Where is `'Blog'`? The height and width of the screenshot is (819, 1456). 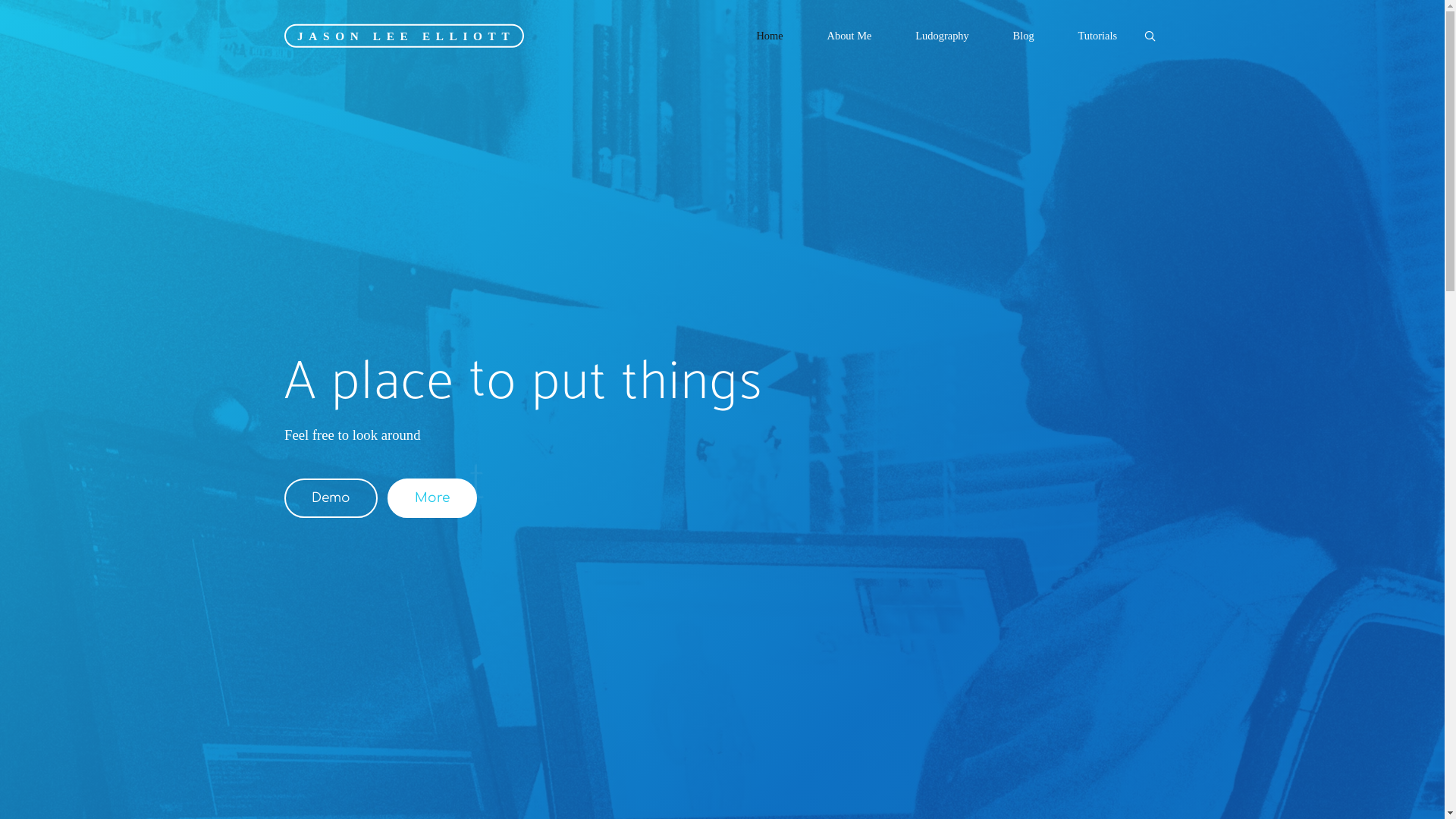 'Blog' is located at coordinates (1023, 35).